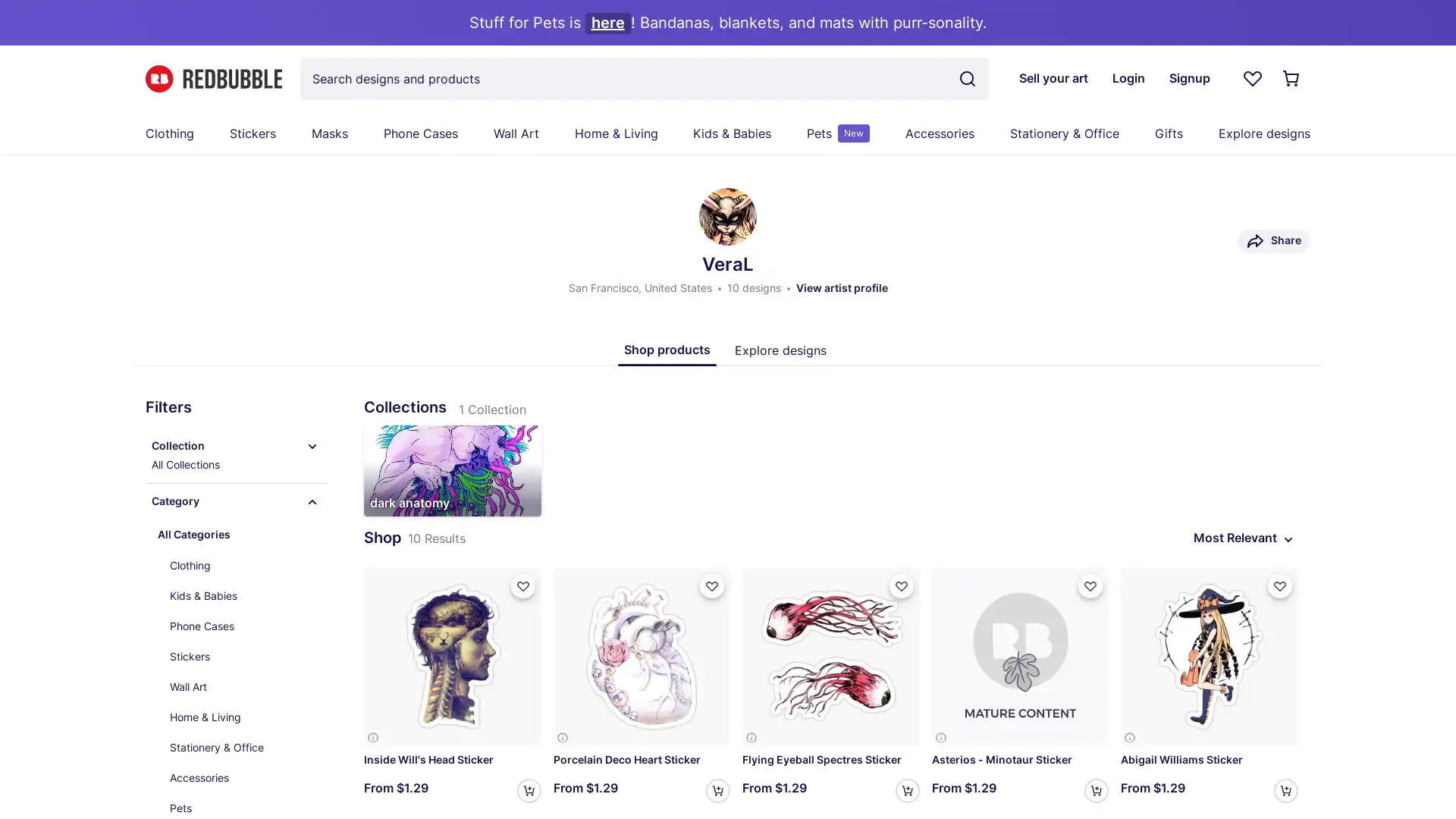  I want to click on Clothing, so click(243, 565).